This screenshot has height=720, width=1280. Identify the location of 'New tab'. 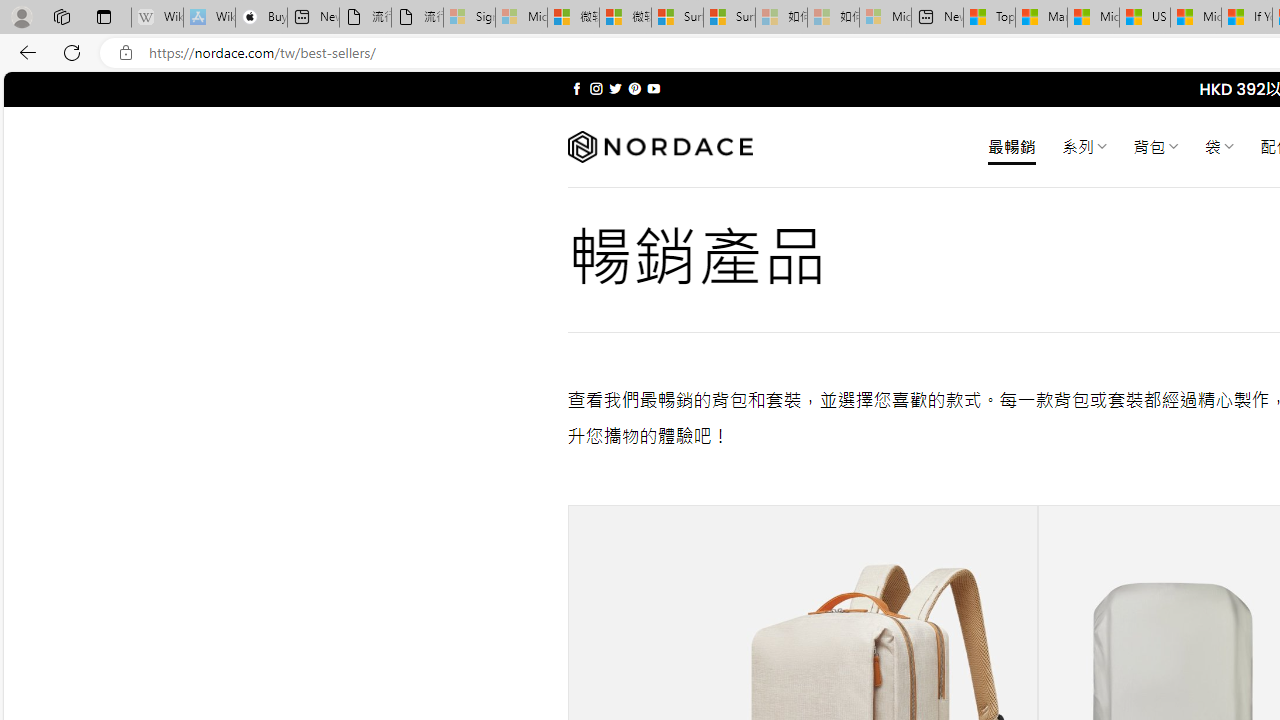
(935, 17).